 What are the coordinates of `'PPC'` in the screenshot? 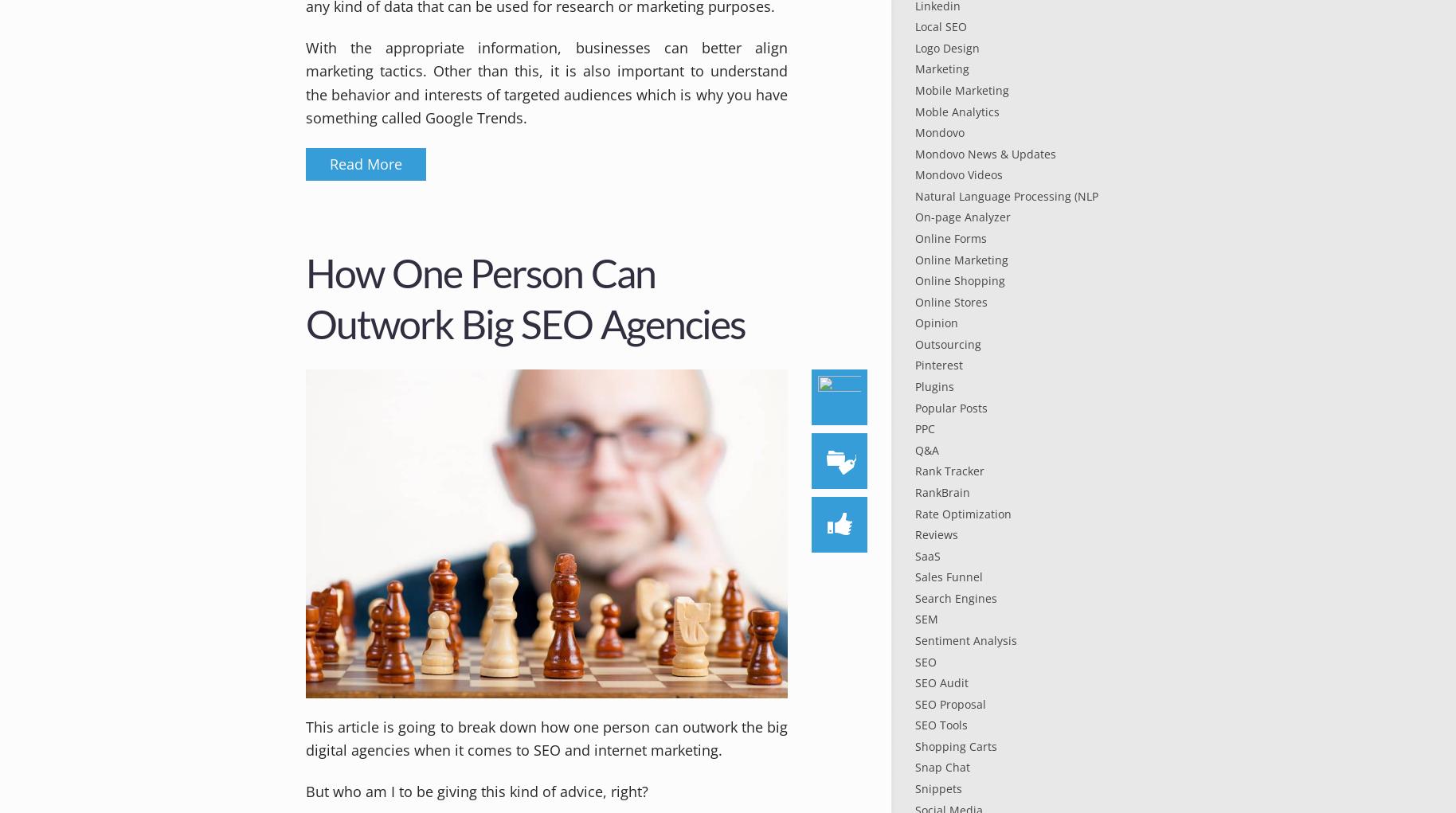 It's located at (924, 428).